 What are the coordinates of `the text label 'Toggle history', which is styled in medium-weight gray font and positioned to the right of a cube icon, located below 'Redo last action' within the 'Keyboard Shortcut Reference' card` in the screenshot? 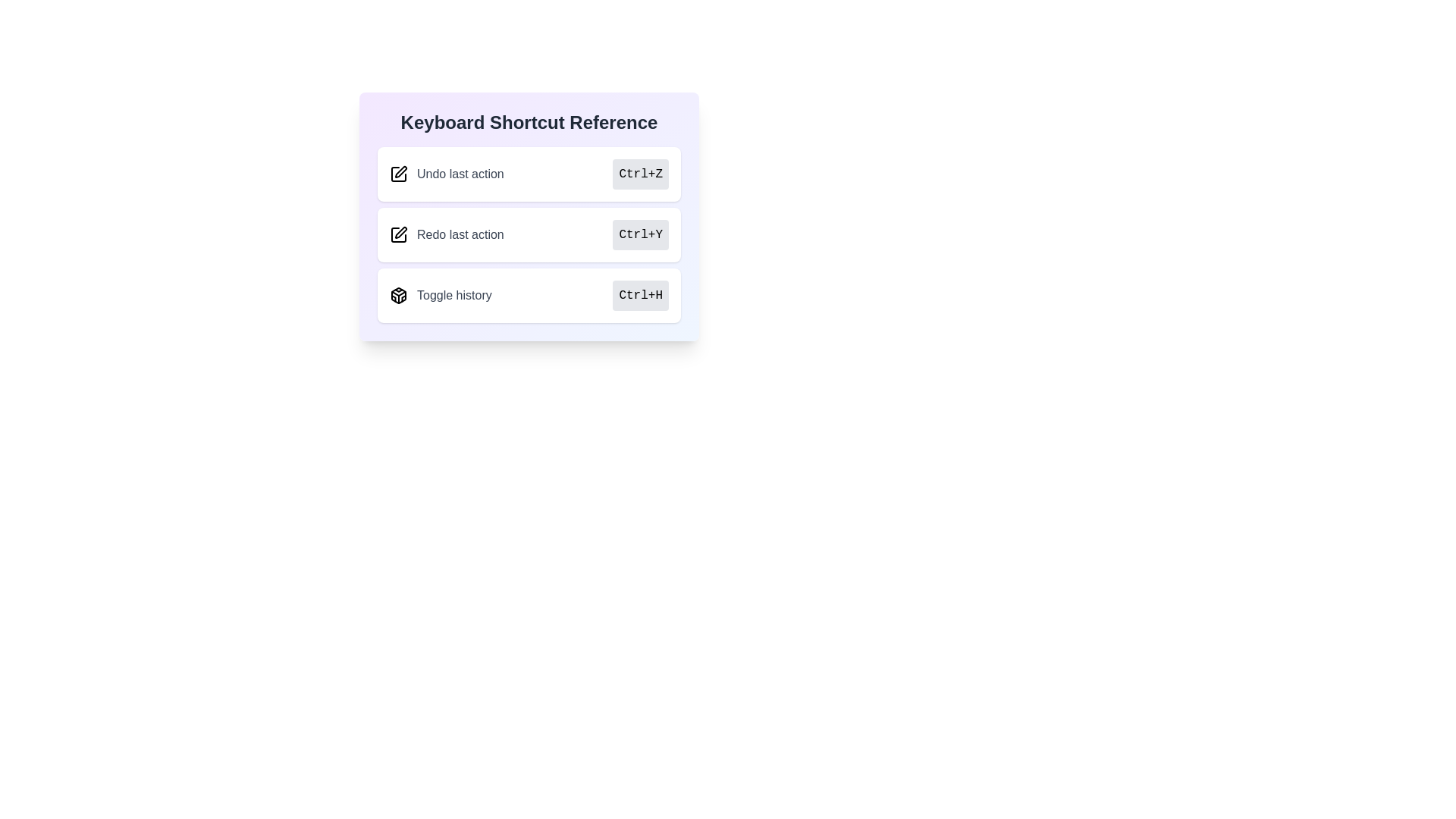 It's located at (453, 295).